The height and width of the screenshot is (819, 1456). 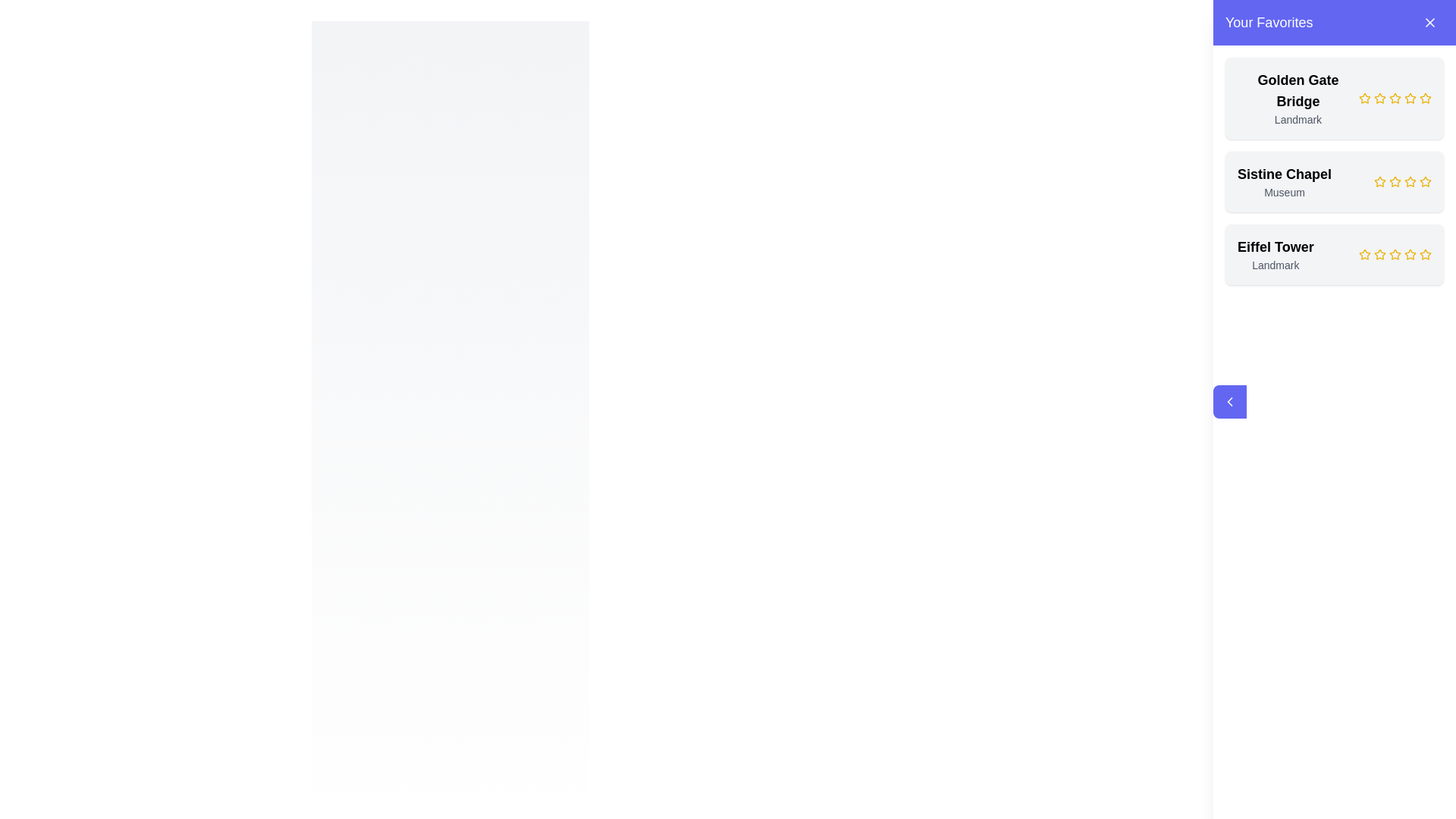 What do you see at coordinates (1395, 99) in the screenshot?
I see `the fourth star icon in the rating system for the 'Golden Gate Bridge' entry within the 'Your Favorites' list` at bounding box center [1395, 99].